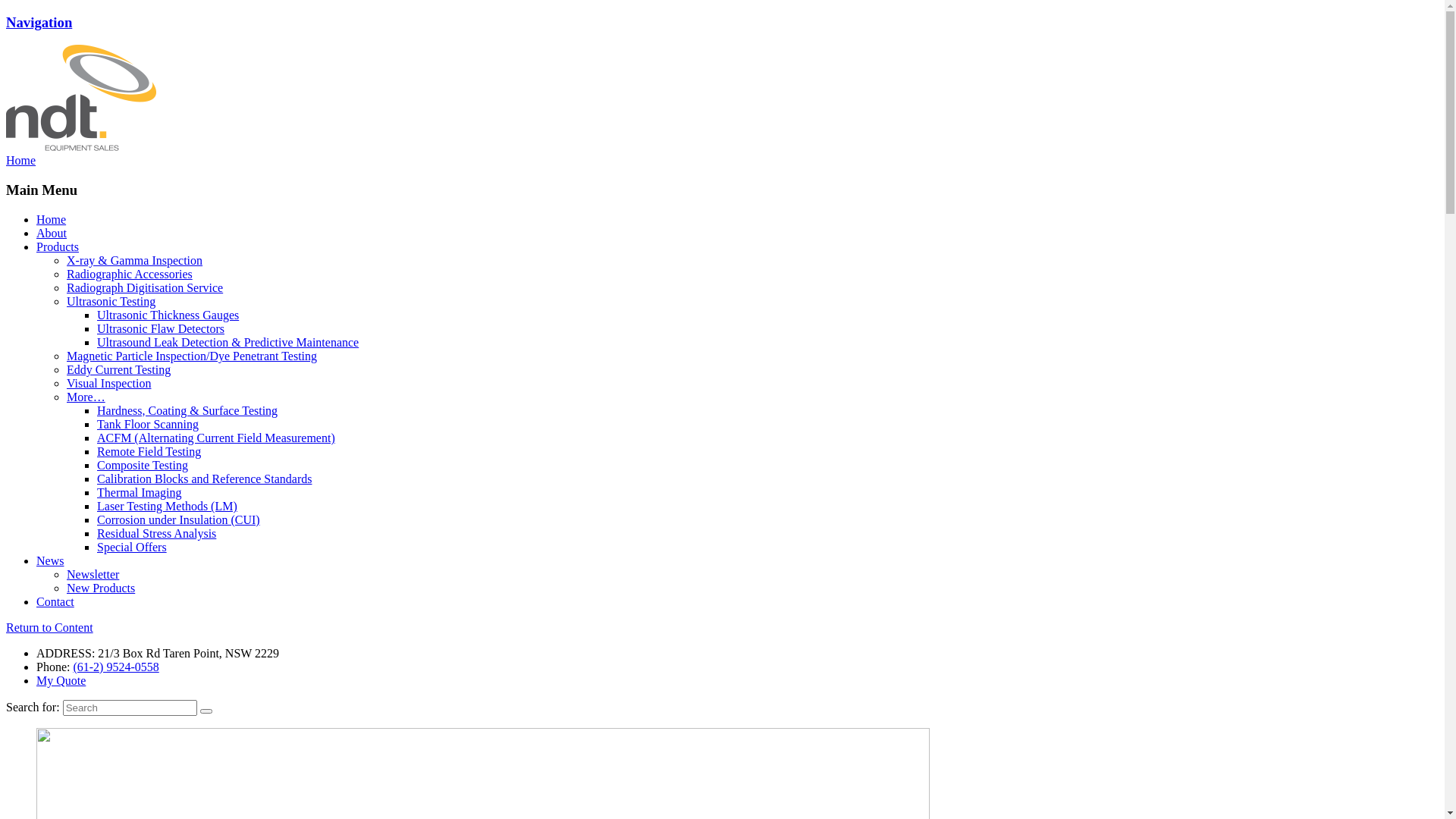 The image size is (1456, 819). What do you see at coordinates (156, 532) in the screenshot?
I see `'Residual Stress Analysis'` at bounding box center [156, 532].